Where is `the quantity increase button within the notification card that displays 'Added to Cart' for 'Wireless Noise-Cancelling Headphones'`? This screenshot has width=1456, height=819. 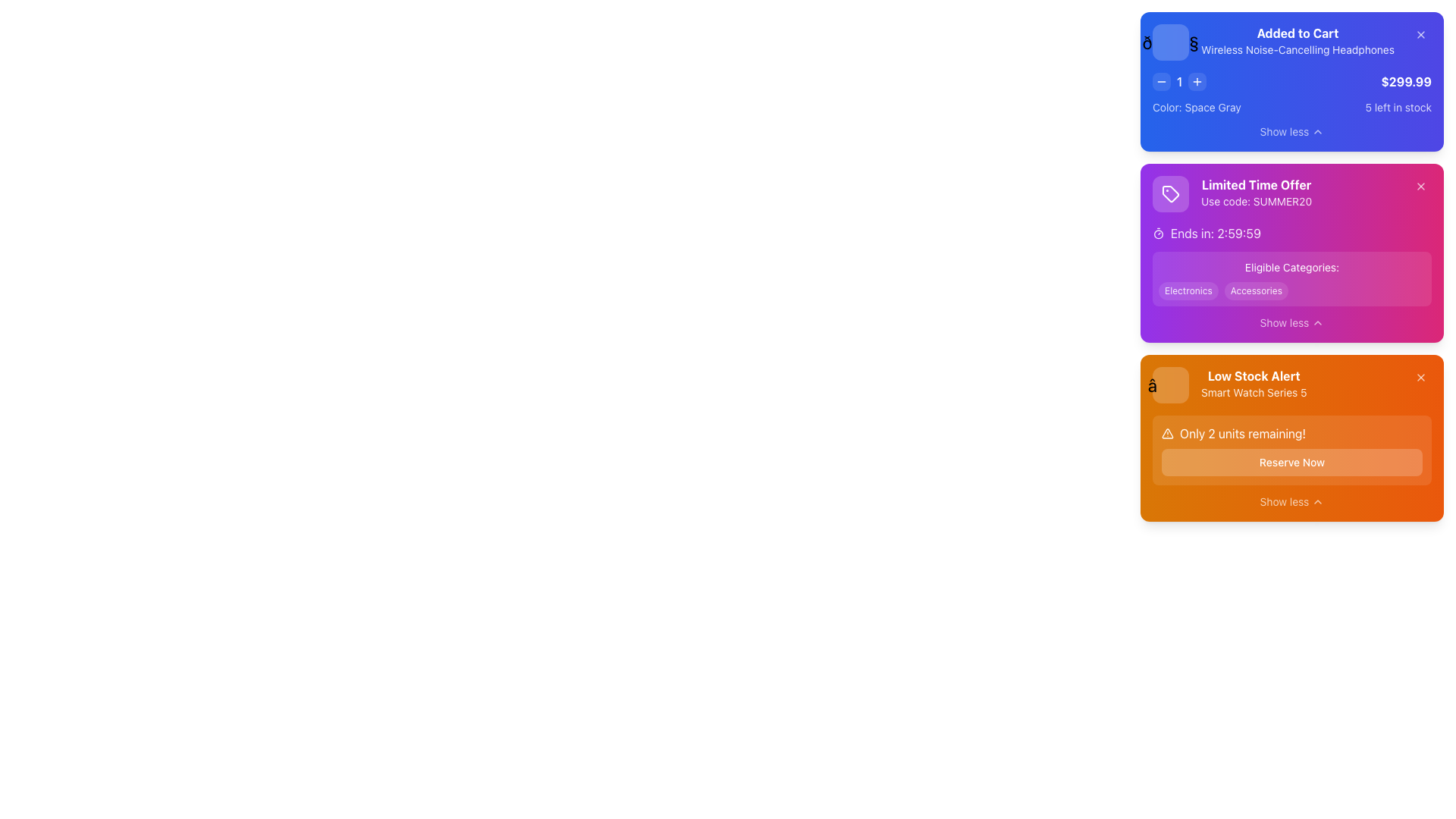 the quantity increase button within the notification card that displays 'Added to Cart' for 'Wireless Noise-Cancelling Headphones' is located at coordinates (1291, 82).